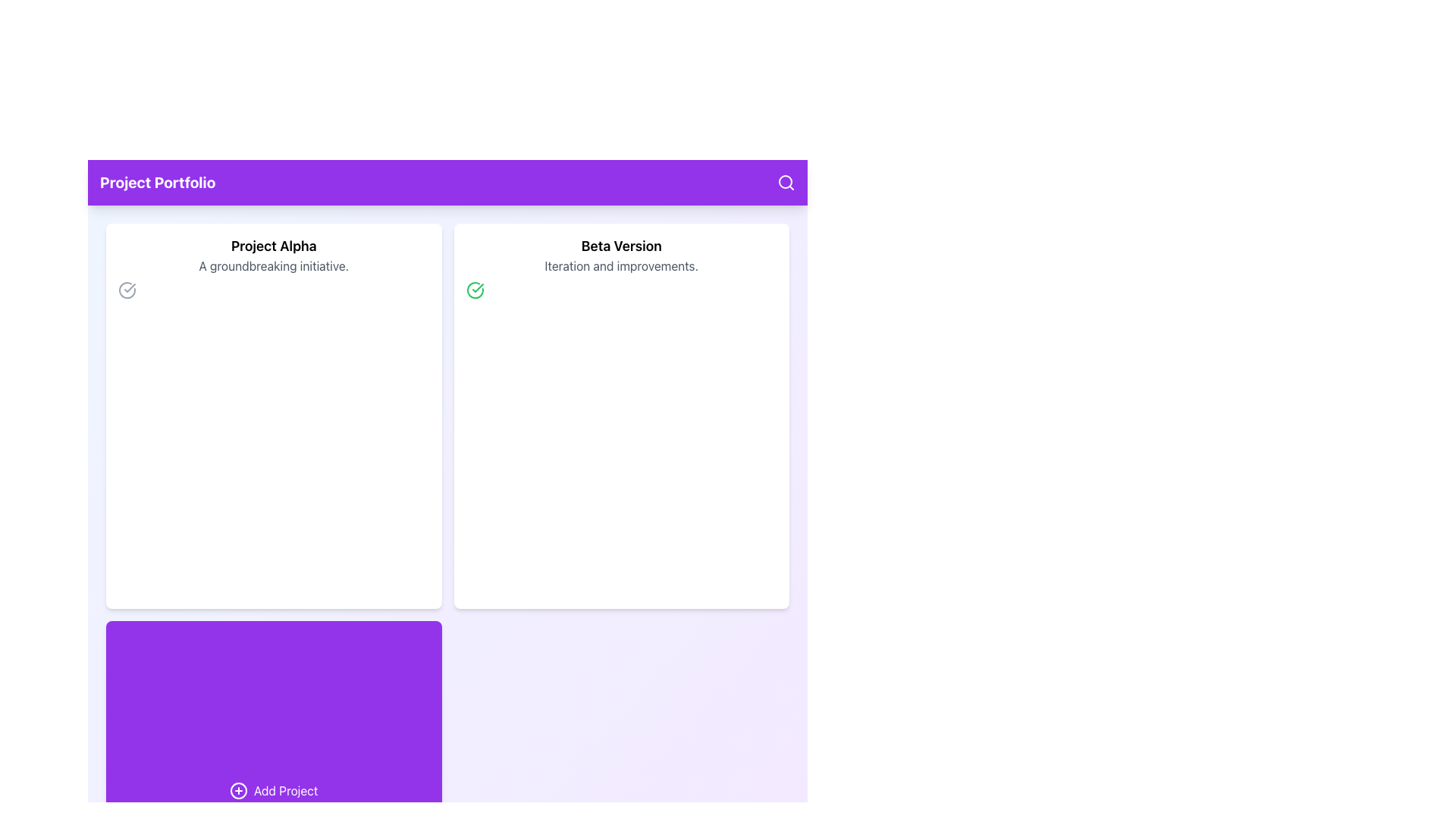  I want to click on contents of the informational card titled 'Beta Version', which is located in the top-right cell of a two-column grid layout, adjacent to the 'Project Alpha' card, so click(621, 416).